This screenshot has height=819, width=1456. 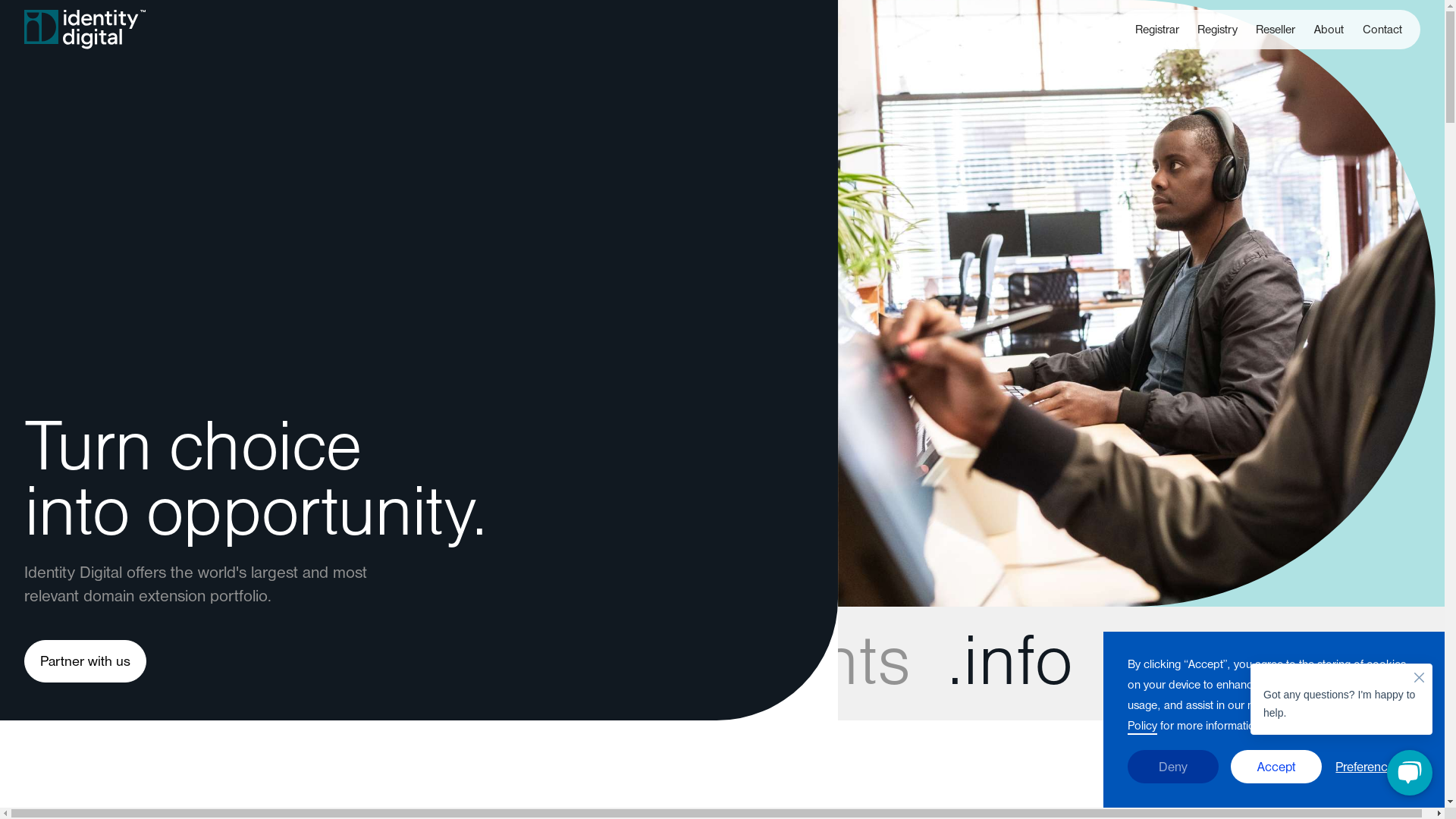 What do you see at coordinates (1156, 31) in the screenshot?
I see `'Registrar'` at bounding box center [1156, 31].